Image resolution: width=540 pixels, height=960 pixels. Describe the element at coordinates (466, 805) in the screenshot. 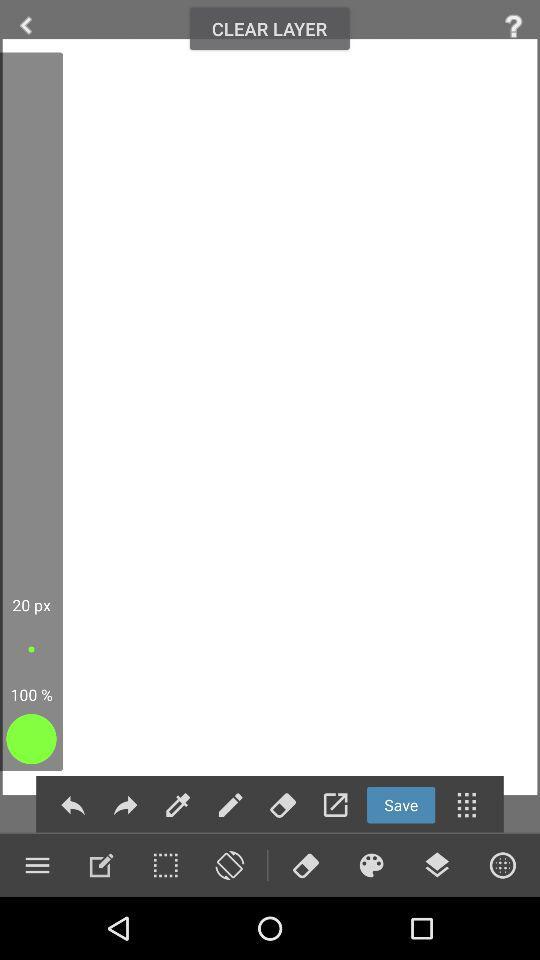

I see `the dialpad icon` at that location.